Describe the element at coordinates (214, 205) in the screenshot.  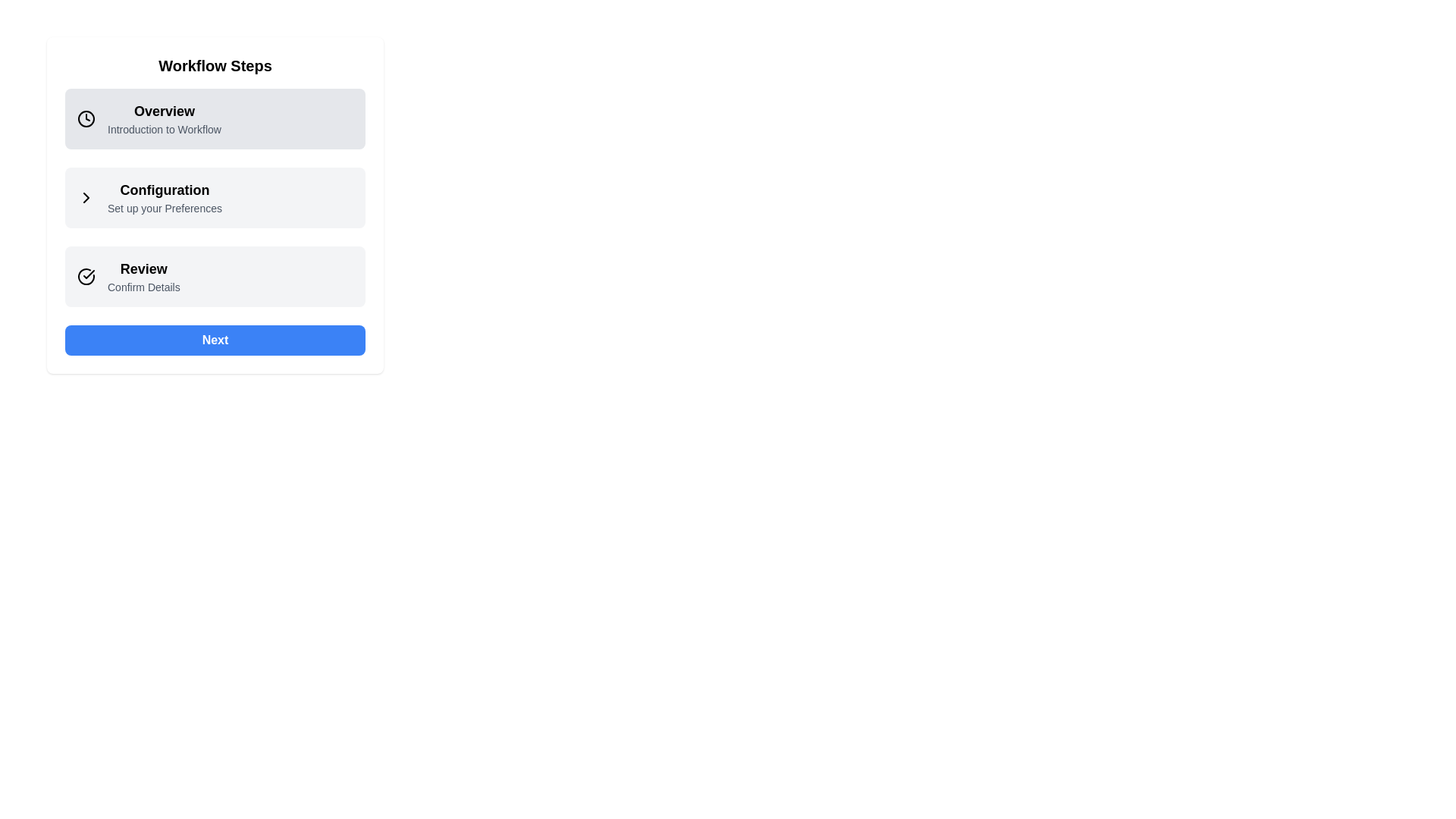
I see `the individual steps in the navigation panel below the 'Workflow Steps' title` at that location.